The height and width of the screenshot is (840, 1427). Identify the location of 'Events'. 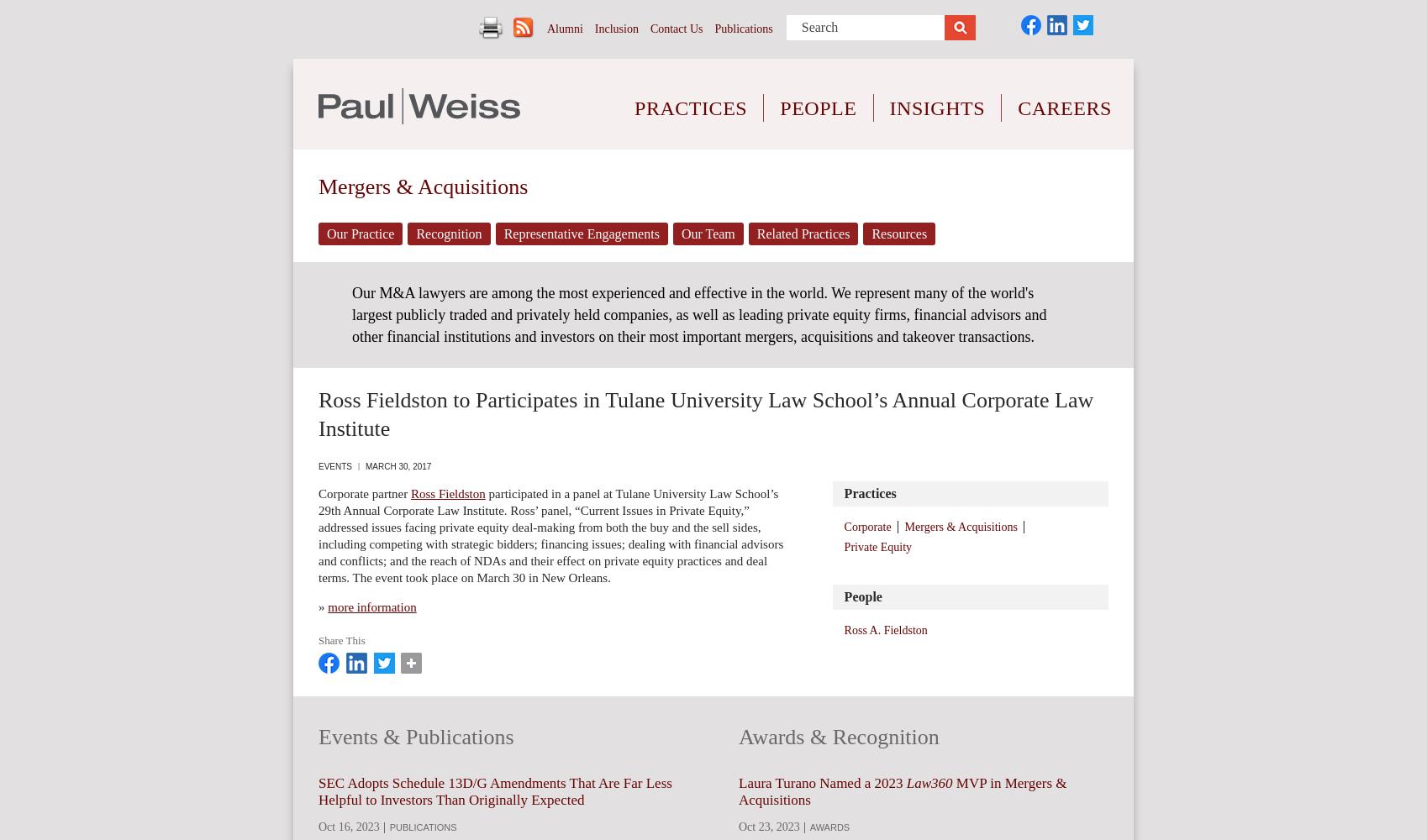
(335, 466).